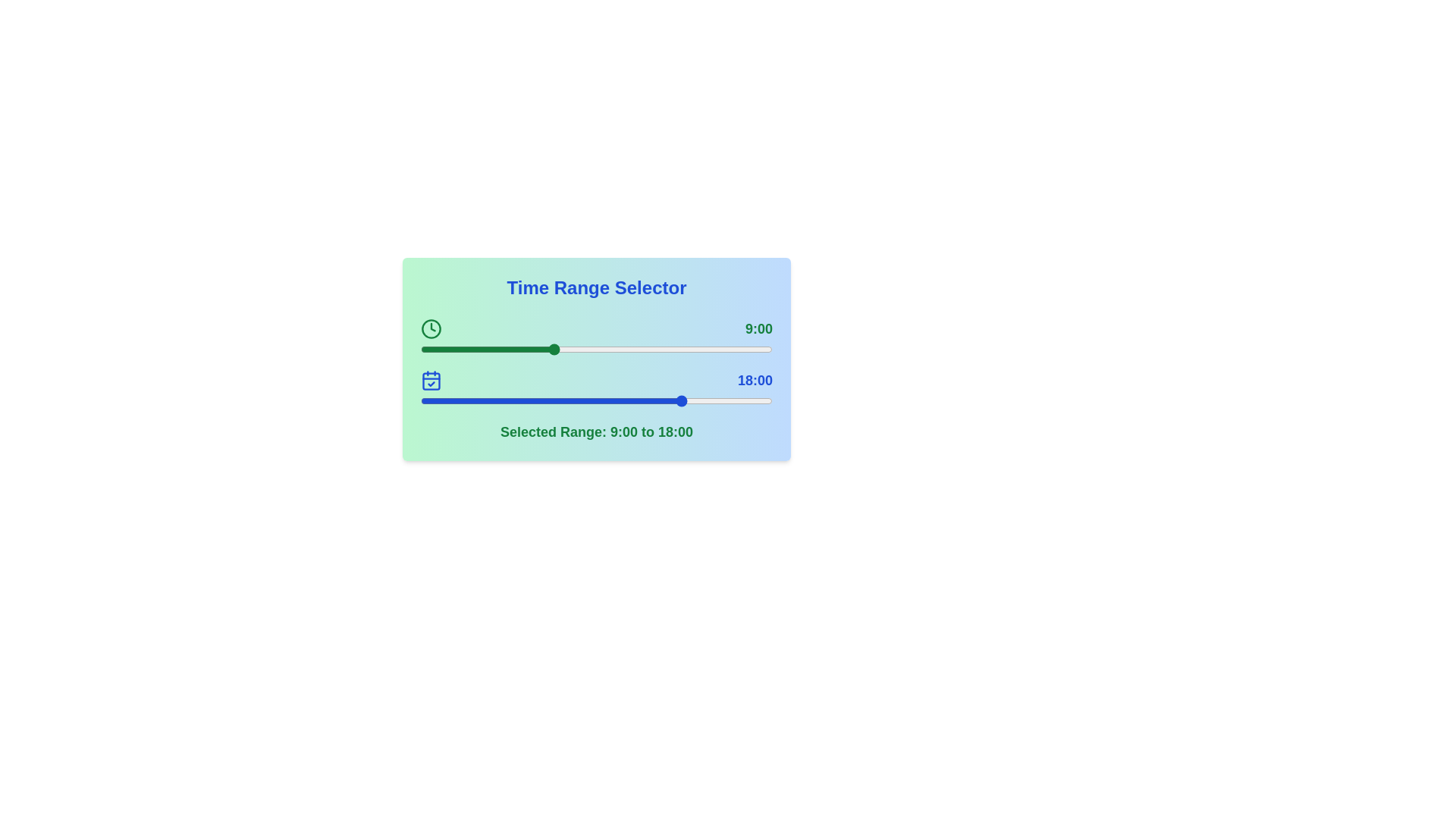  I want to click on time range, so click(464, 400).